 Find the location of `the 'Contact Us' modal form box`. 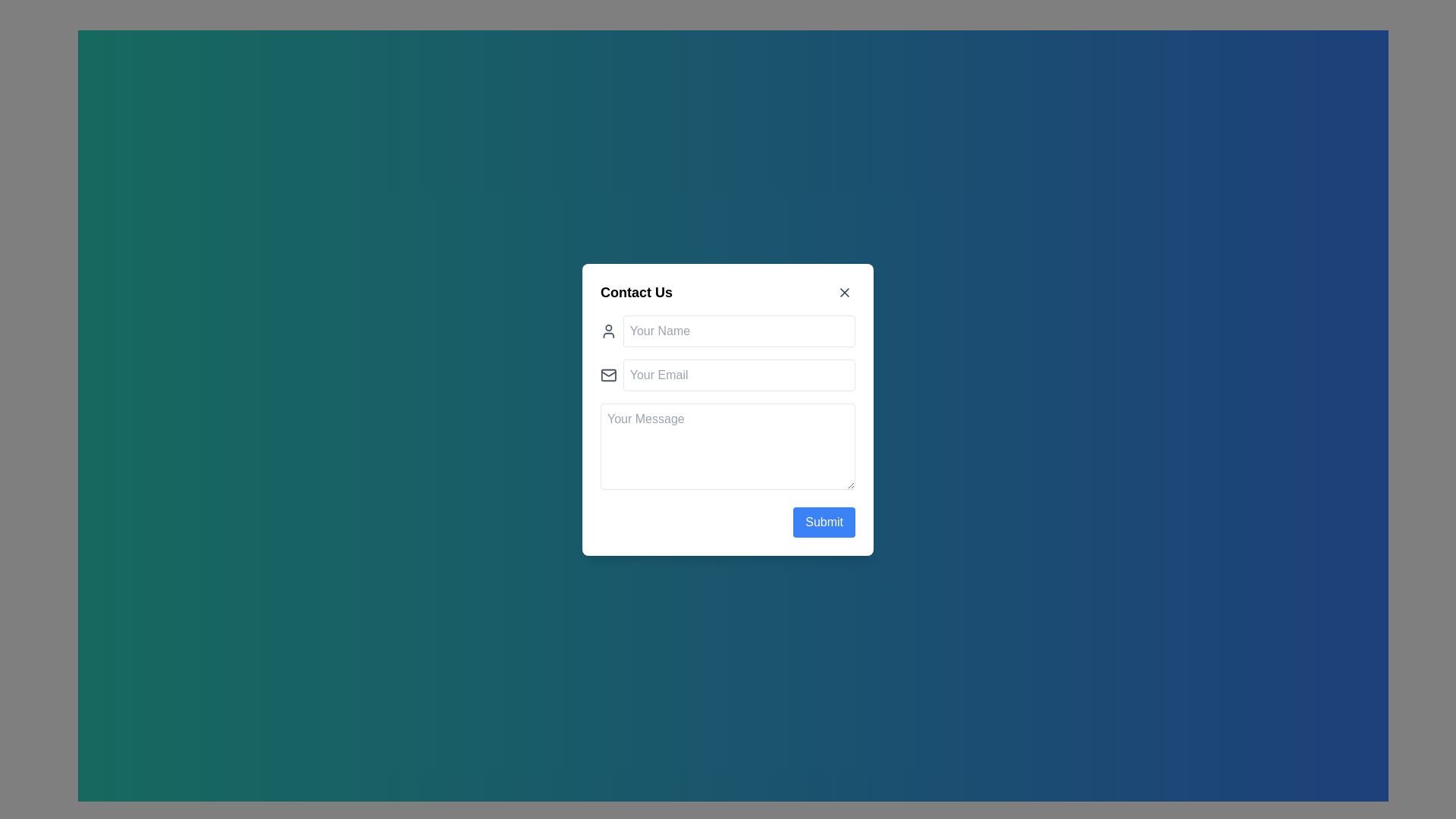

the 'Contact Us' modal form box is located at coordinates (728, 409).